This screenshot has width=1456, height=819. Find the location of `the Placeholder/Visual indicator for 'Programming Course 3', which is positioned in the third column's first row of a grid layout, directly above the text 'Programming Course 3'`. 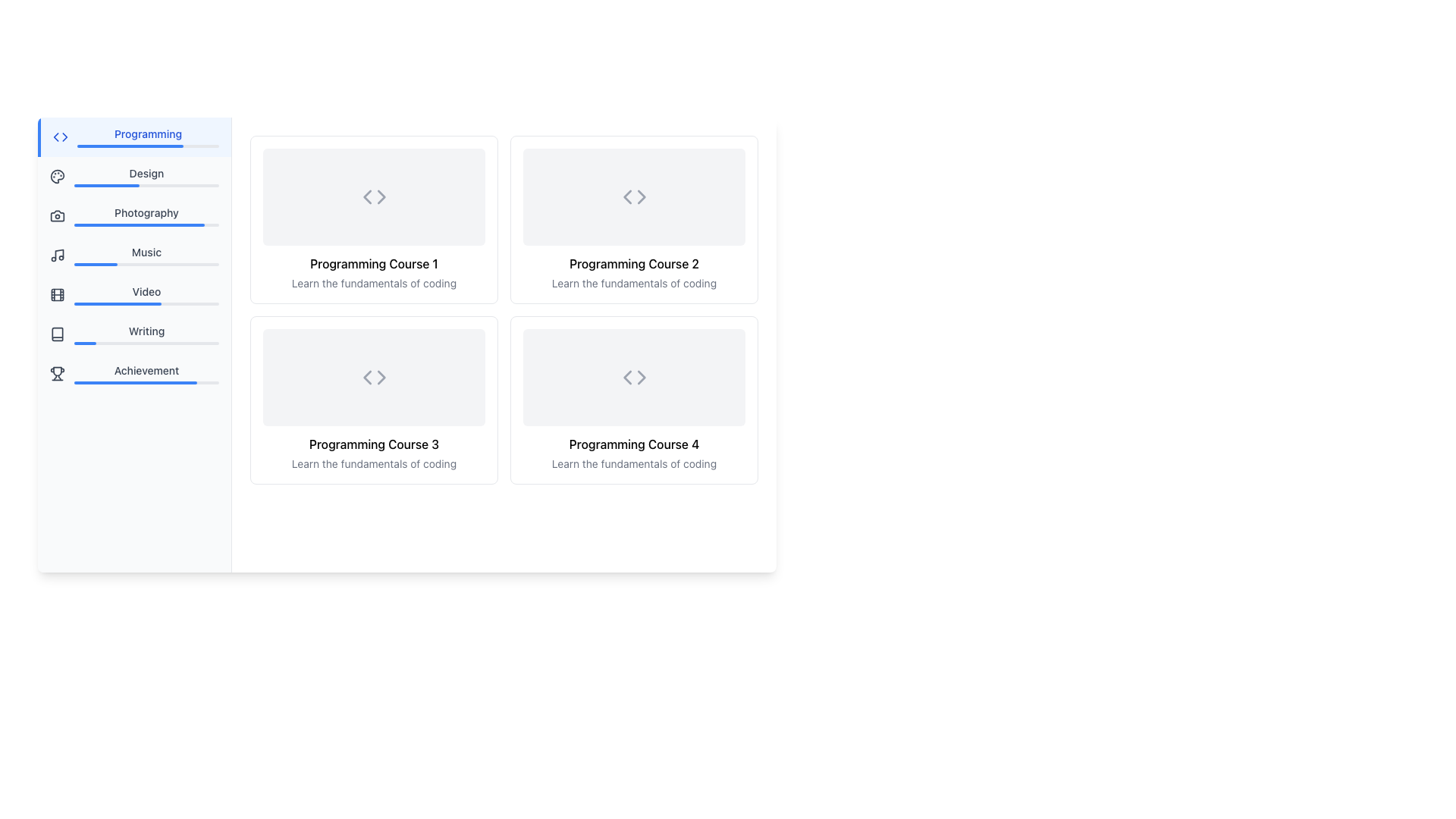

the Placeholder/Visual indicator for 'Programming Course 3', which is positioned in the third column's first row of a grid layout, directly above the text 'Programming Course 3' is located at coordinates (374, 376).